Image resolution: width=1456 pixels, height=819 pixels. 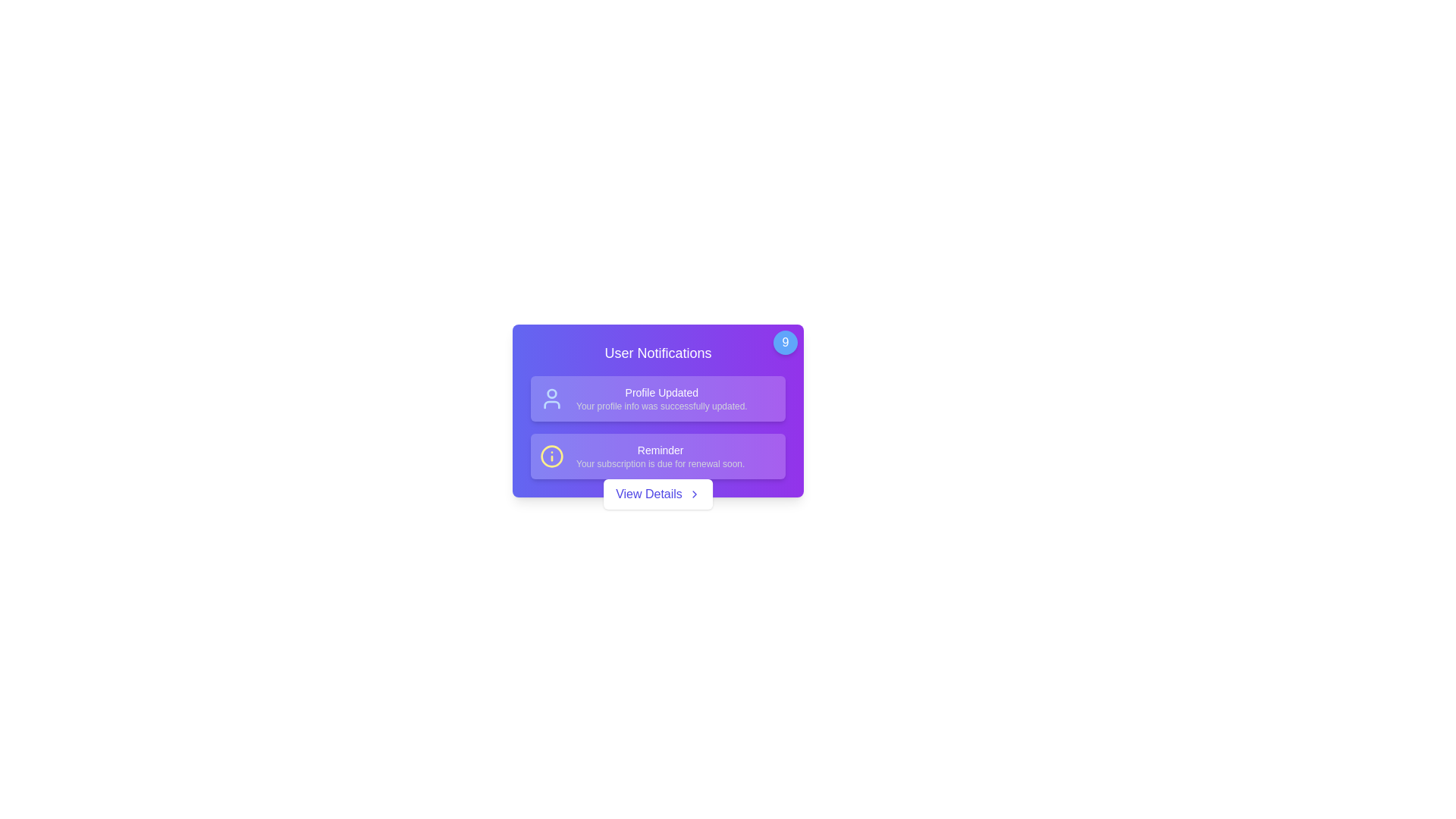 I want to click on the user vector graphic icon that represents profile updates, located at the left side of the notification block preceding the text 'Profile Updated', so click(x=551, y=397).